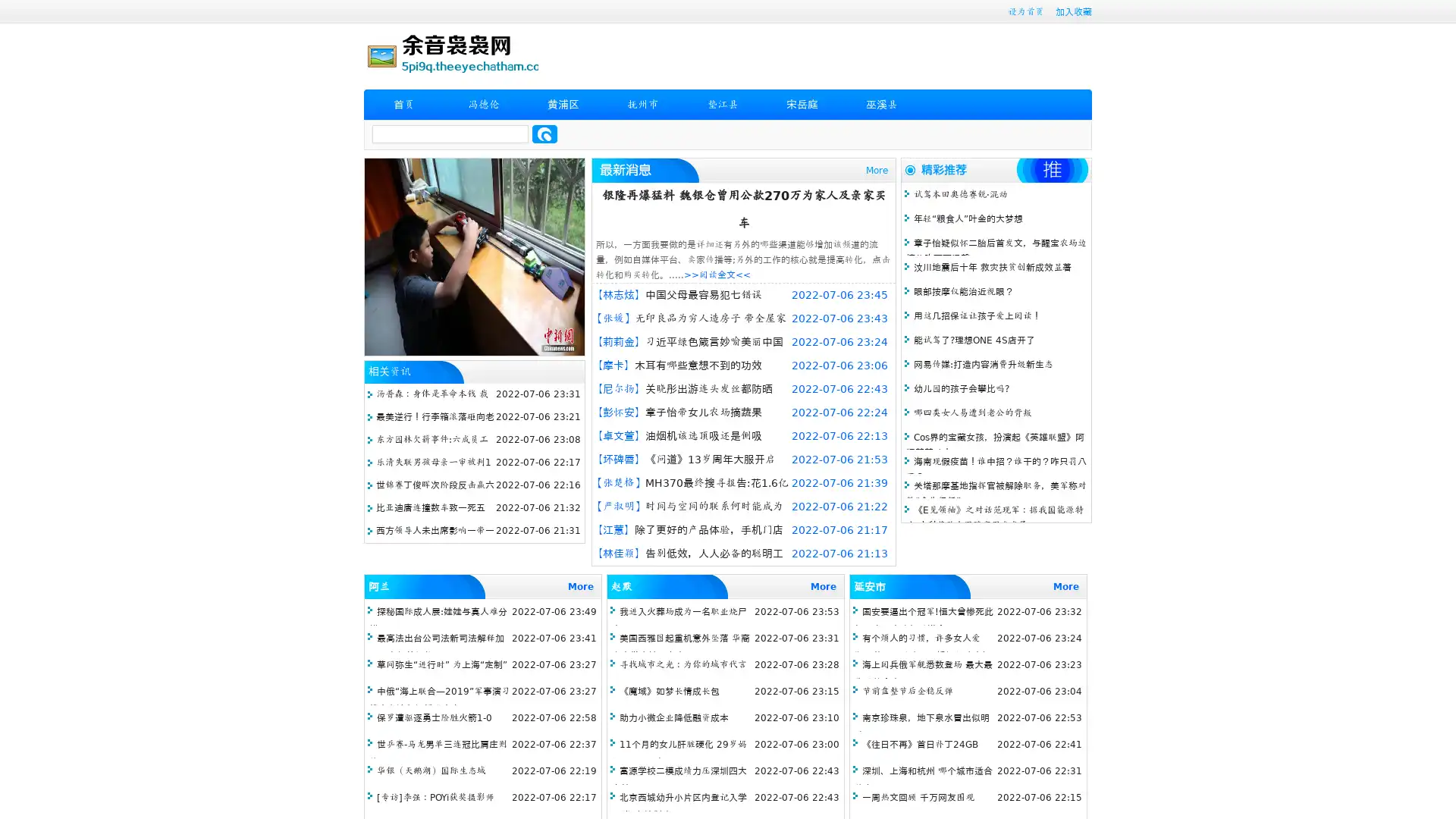 This screenshot has width=1456, height=819. What do you see at coordinates (544, 133) in the screenshot?
I see `Search` at bounding box center [544, 133].